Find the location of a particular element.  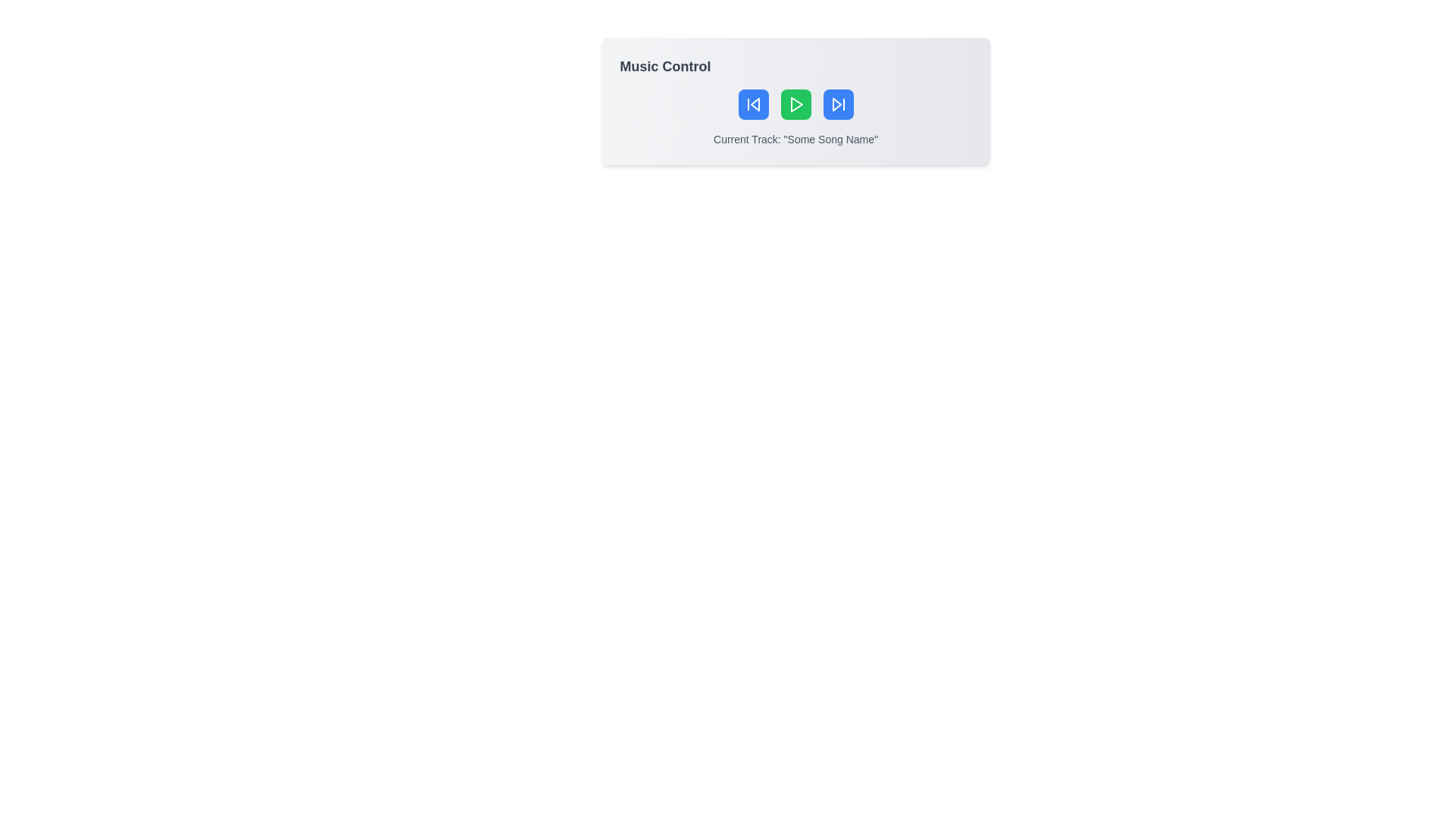

the backward skip icon button, which is the leftmost button in the Music Control section, to skip to the previous track is located at coordinates (753, 104).